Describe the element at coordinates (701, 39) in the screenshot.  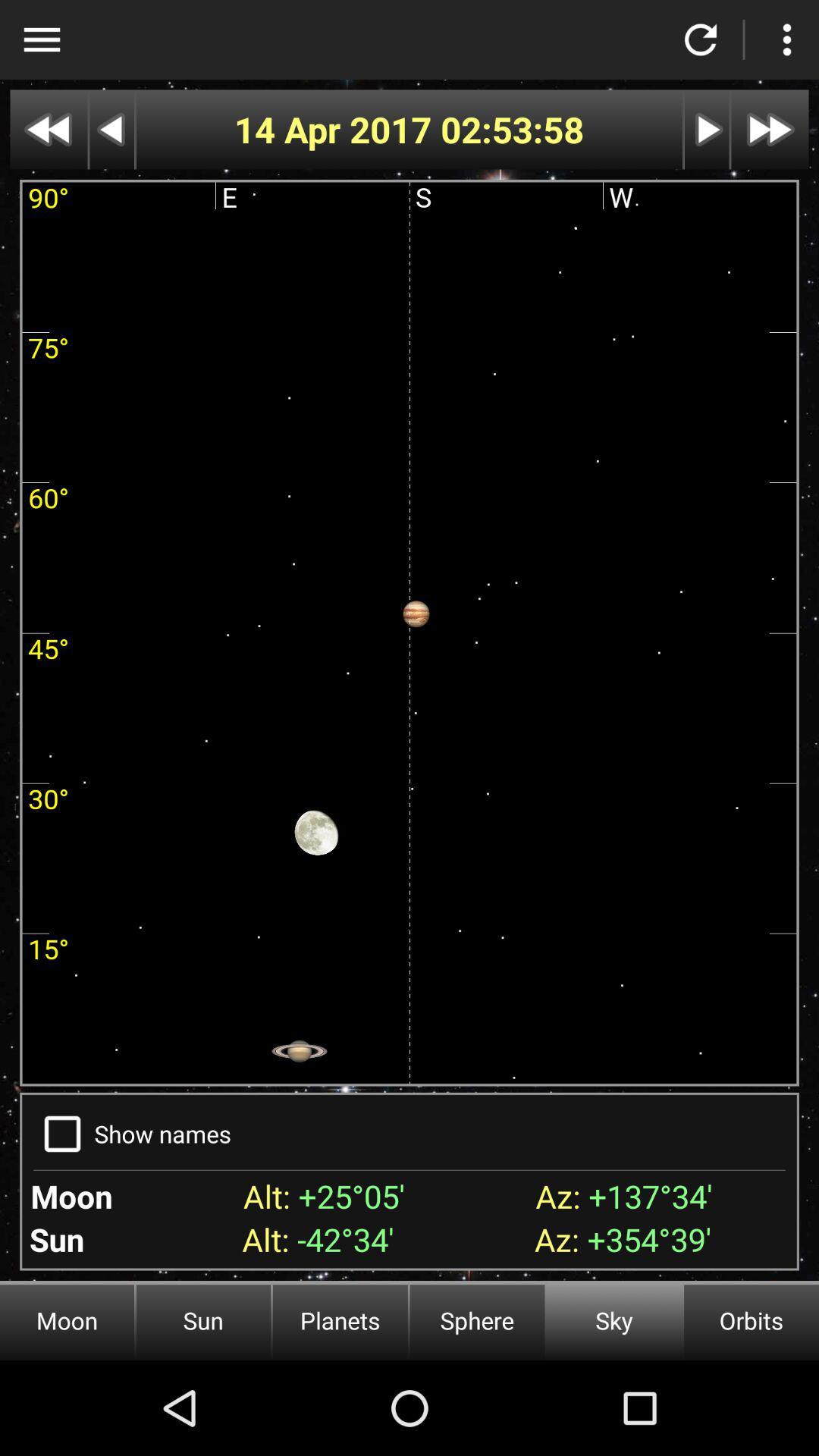
I see `refresh` at that location.